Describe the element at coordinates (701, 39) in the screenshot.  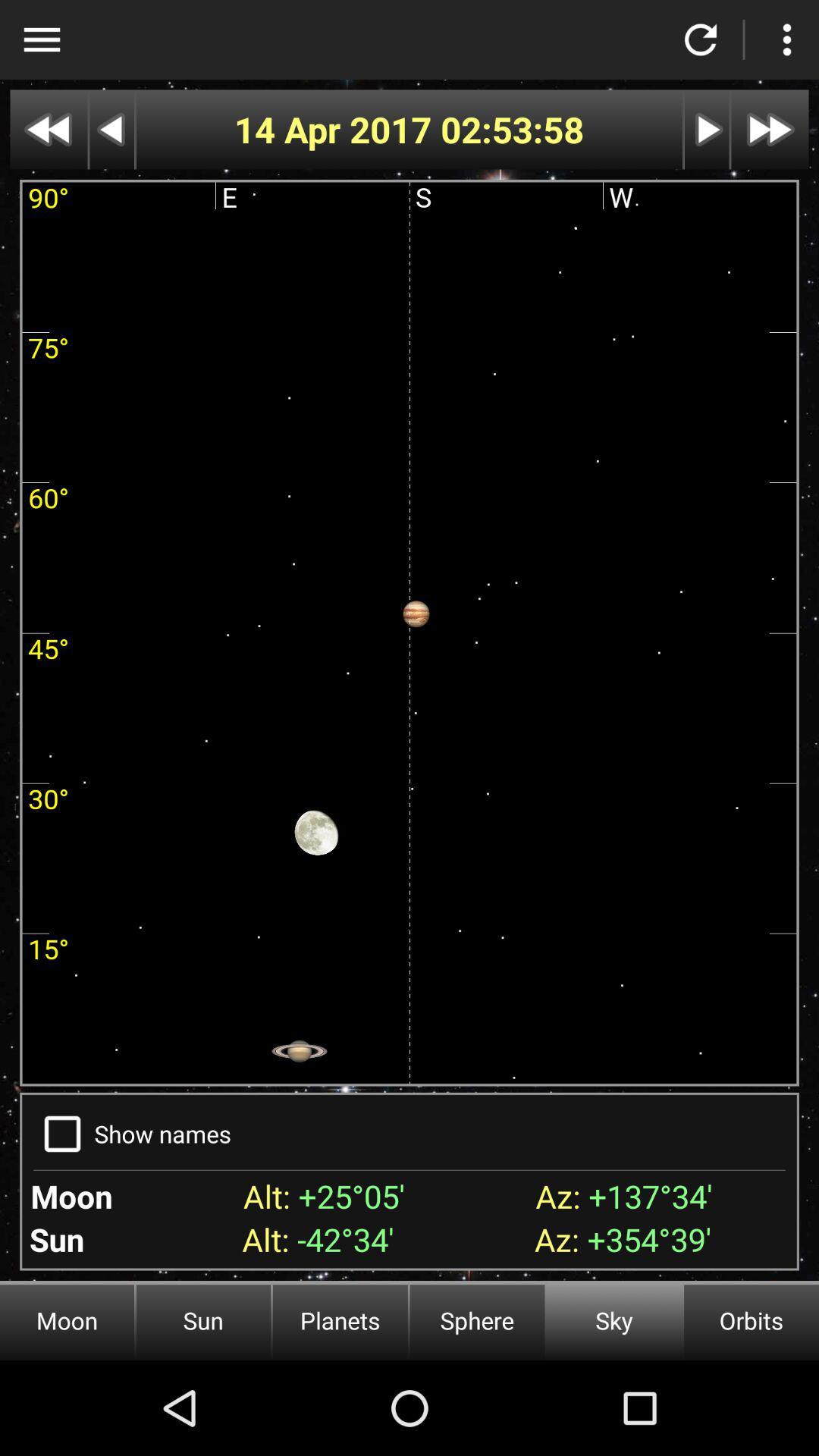
I see `refresh` at that location.